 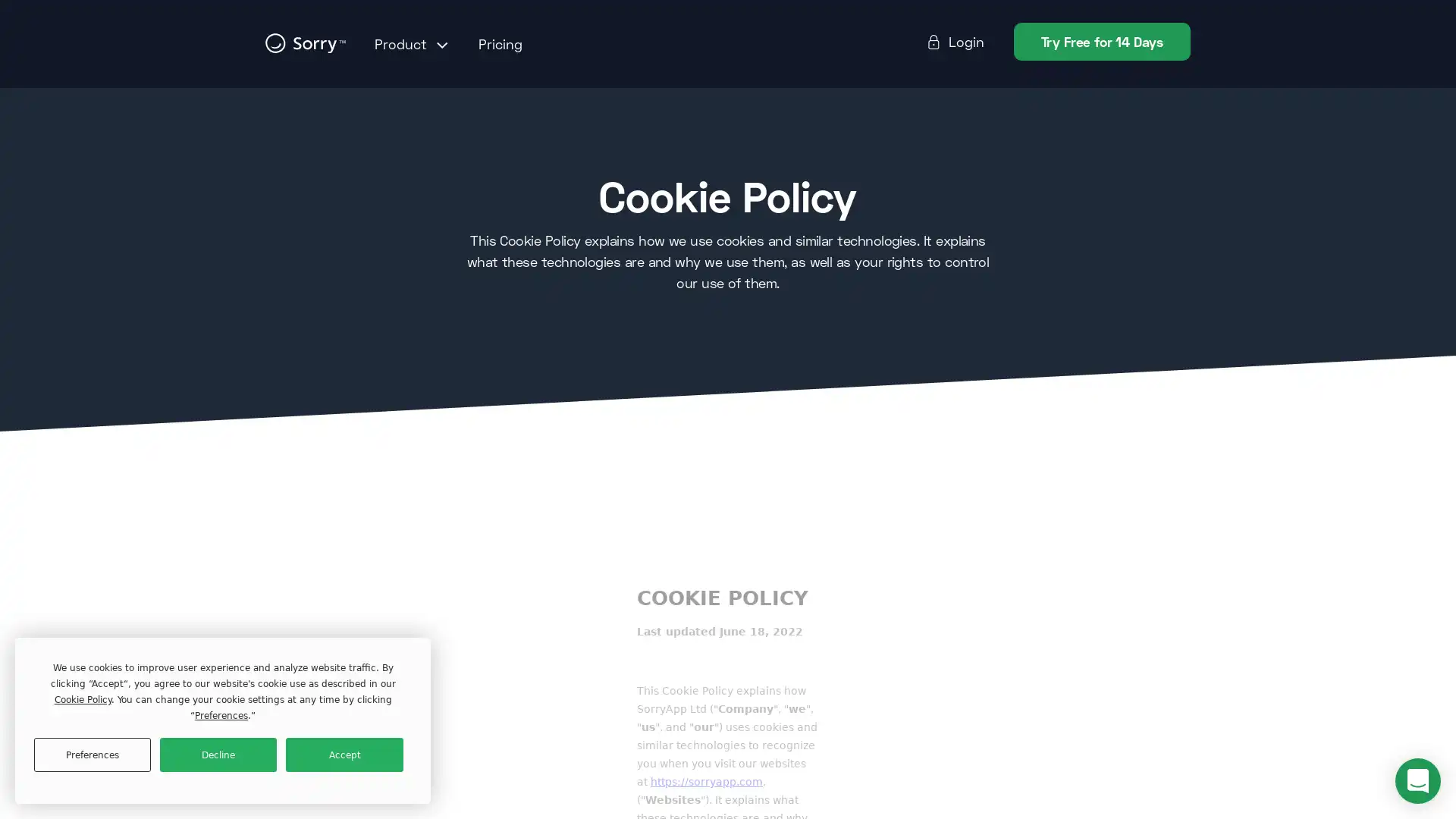 I want to click on Decline, so click(x=218, y=755).